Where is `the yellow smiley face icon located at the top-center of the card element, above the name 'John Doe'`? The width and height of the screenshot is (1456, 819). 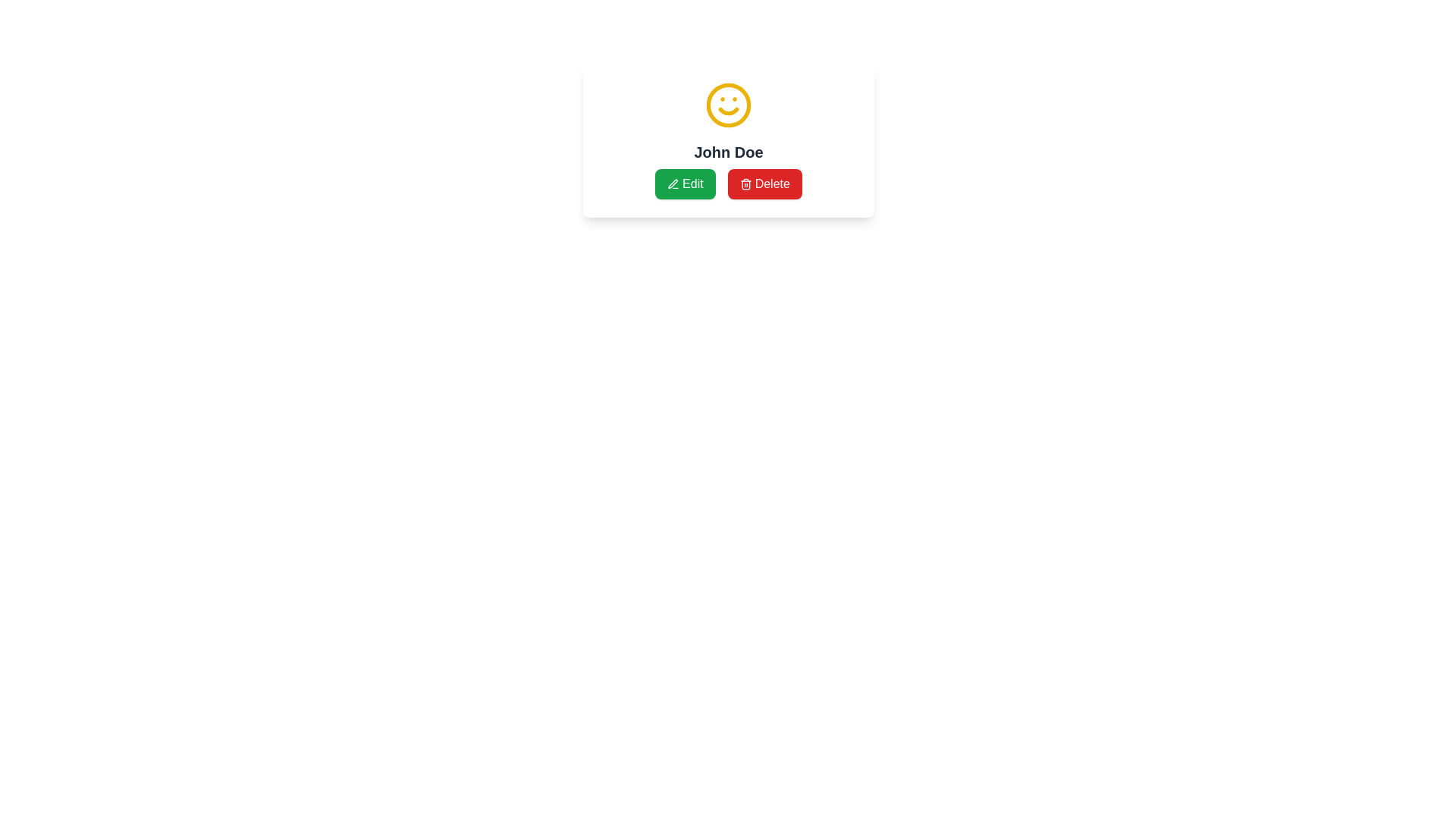
the yellow smiley face icon located at the top-center of the card element, above the name 'John Doe' is located at coordinates (728, 104).